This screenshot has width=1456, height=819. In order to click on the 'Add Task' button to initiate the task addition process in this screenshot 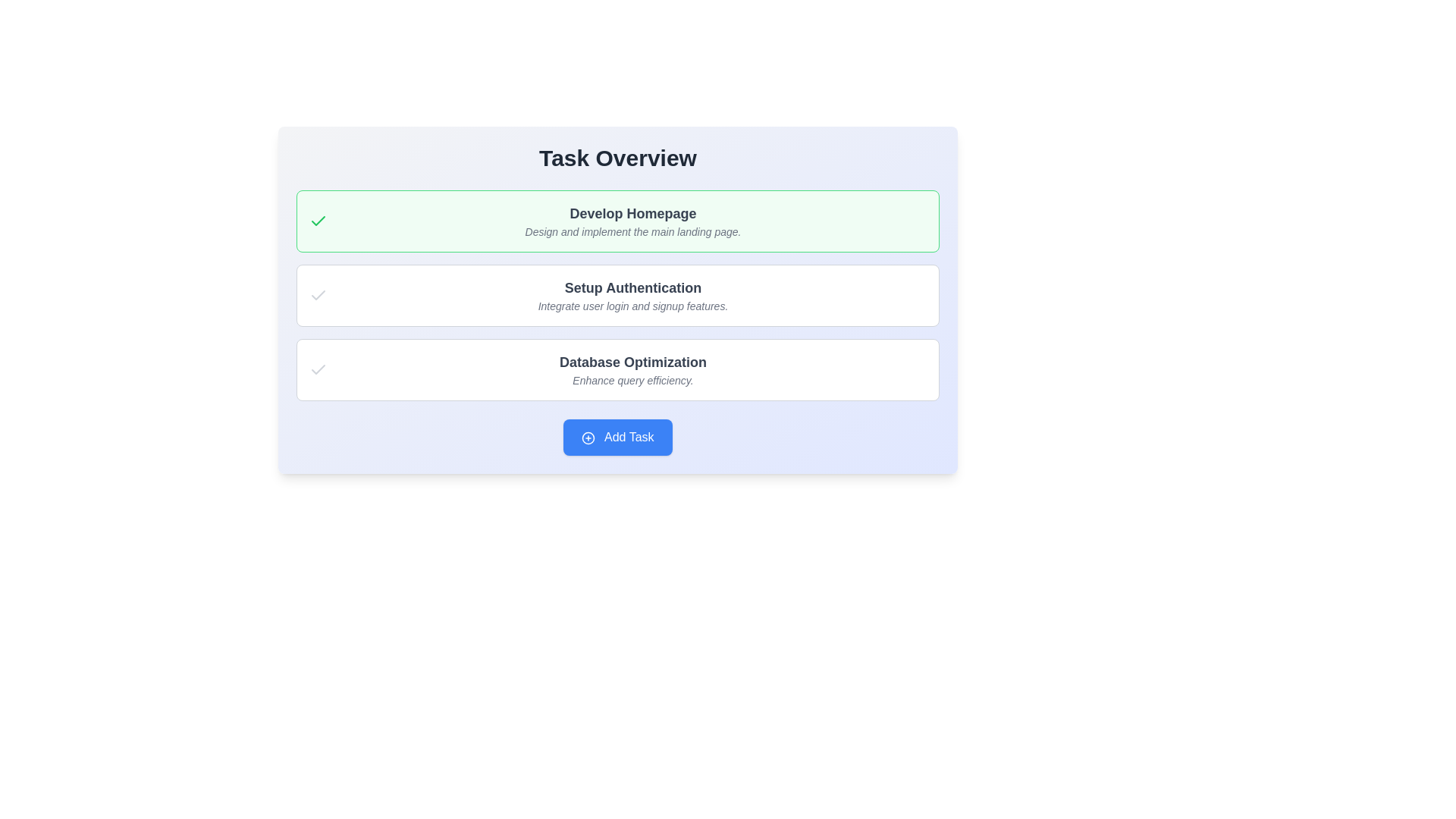, I will do `click(618, 438)`.